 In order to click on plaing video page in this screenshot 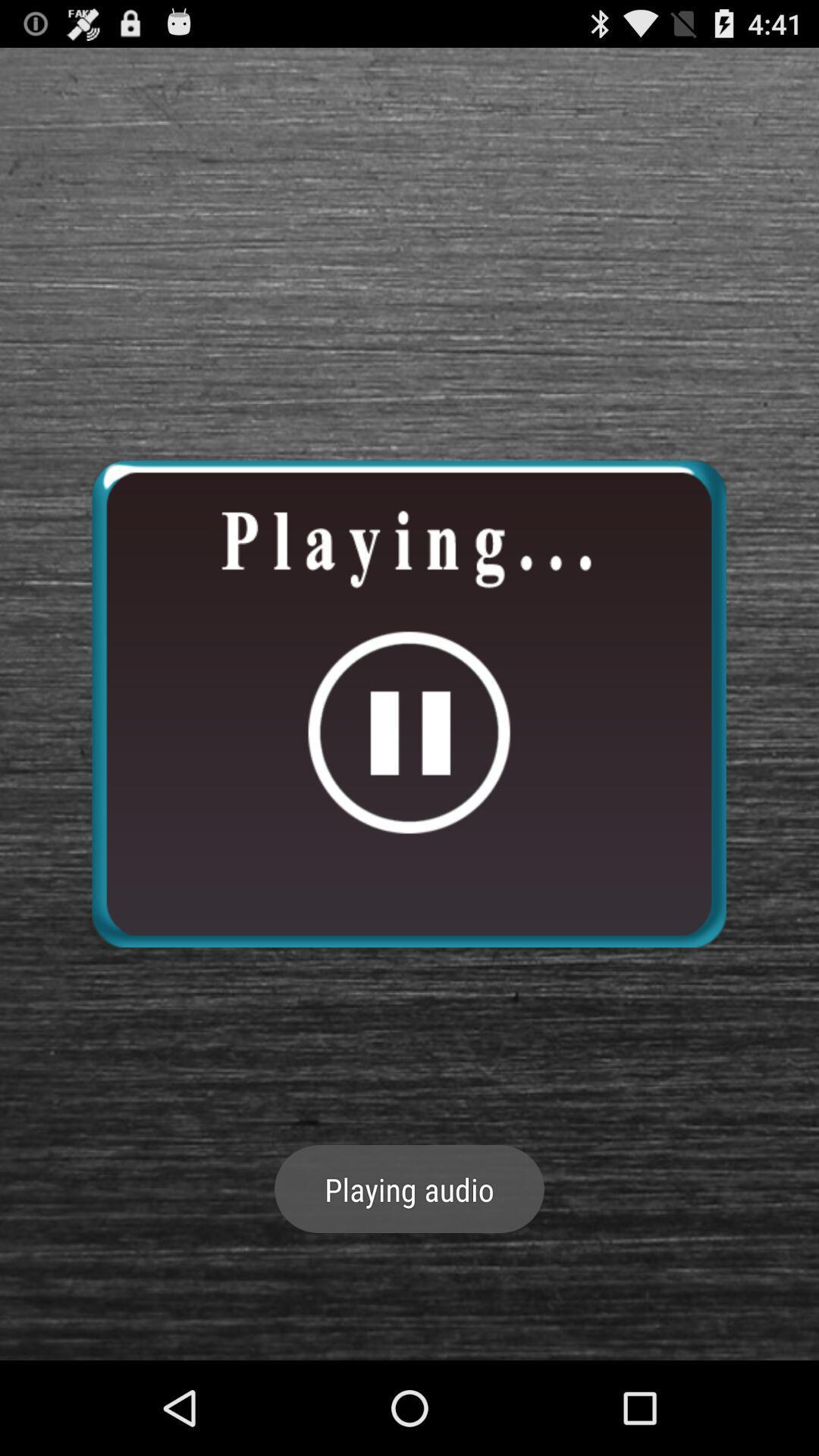, I will do `click(408, 703)`.